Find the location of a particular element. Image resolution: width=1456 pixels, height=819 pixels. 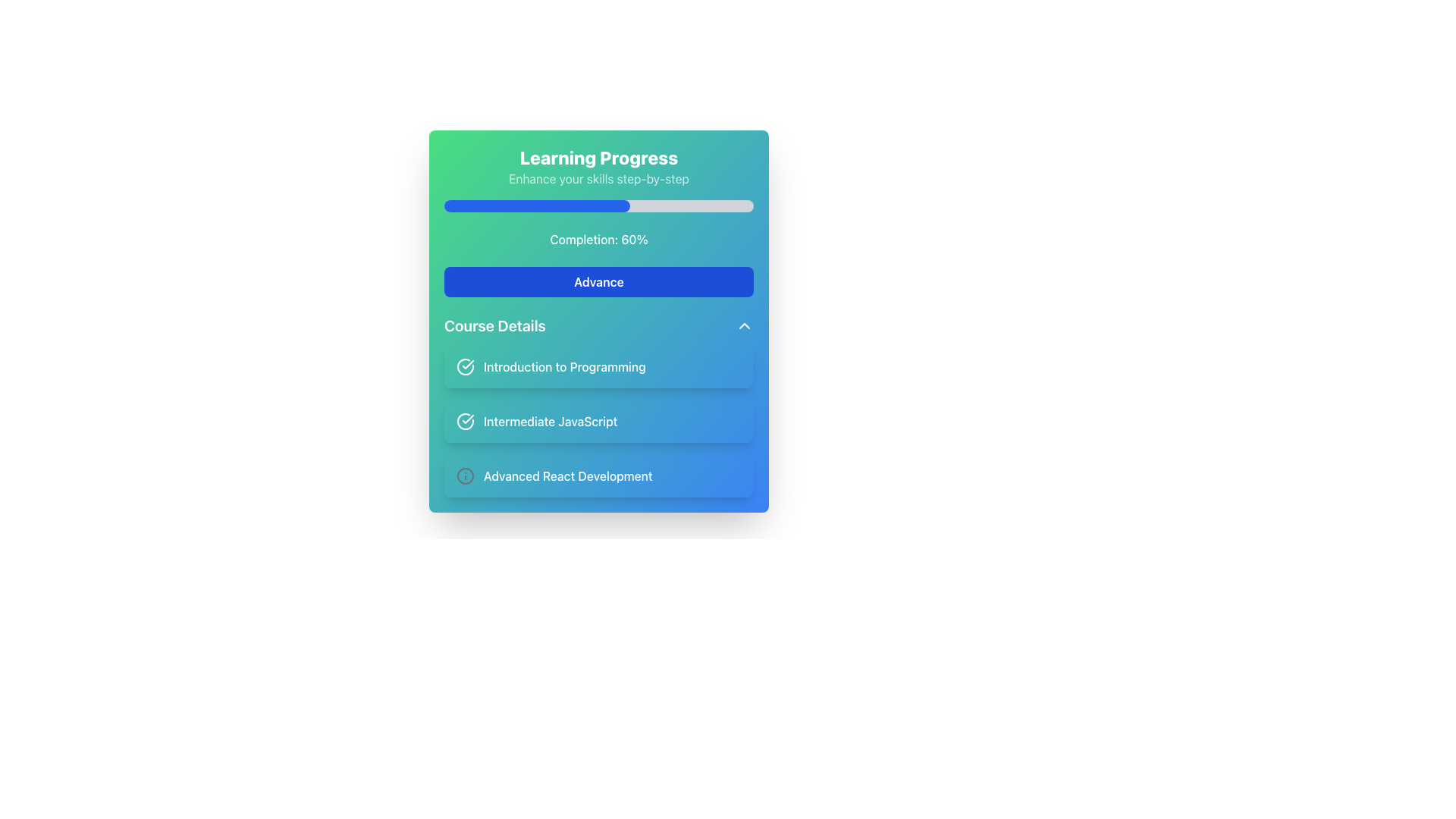

the interactive text label indicating the course titled 'Advanced React Development' located in the 'Course Details' section is located at coordinates (566, 475).